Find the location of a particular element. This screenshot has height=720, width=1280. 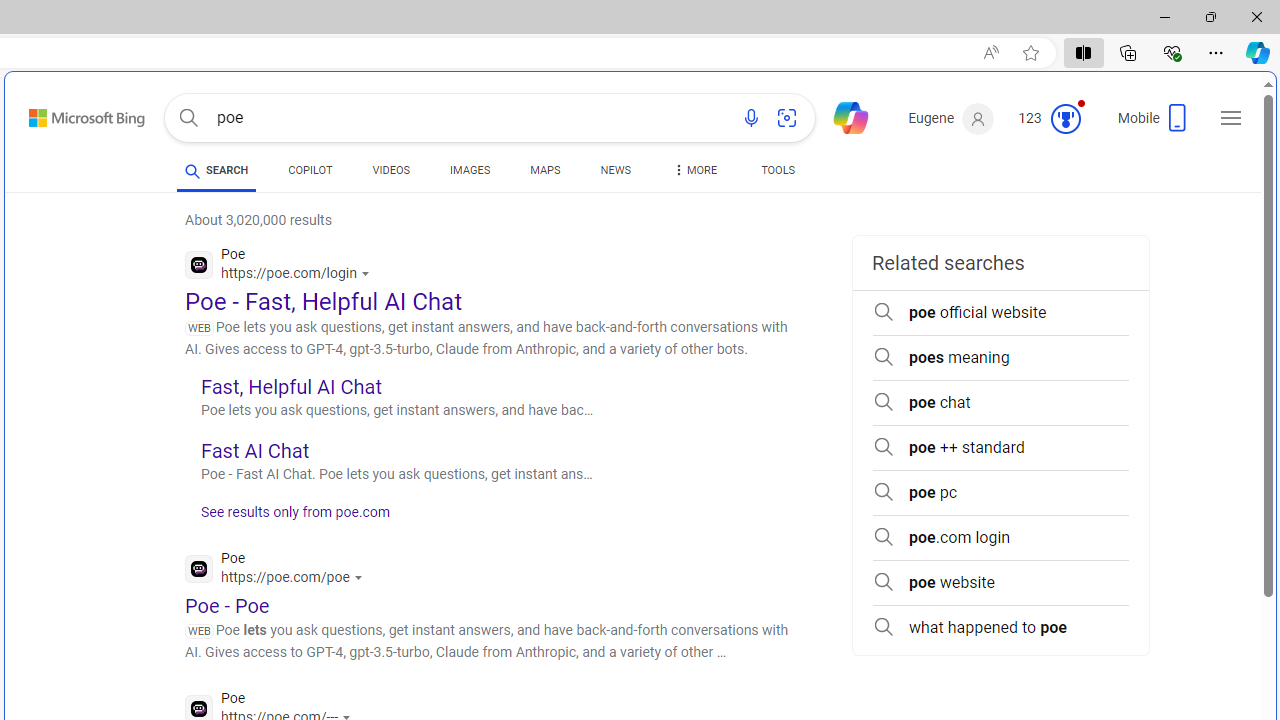

'Dropdown Menu' is located at coordinates (693, 170).